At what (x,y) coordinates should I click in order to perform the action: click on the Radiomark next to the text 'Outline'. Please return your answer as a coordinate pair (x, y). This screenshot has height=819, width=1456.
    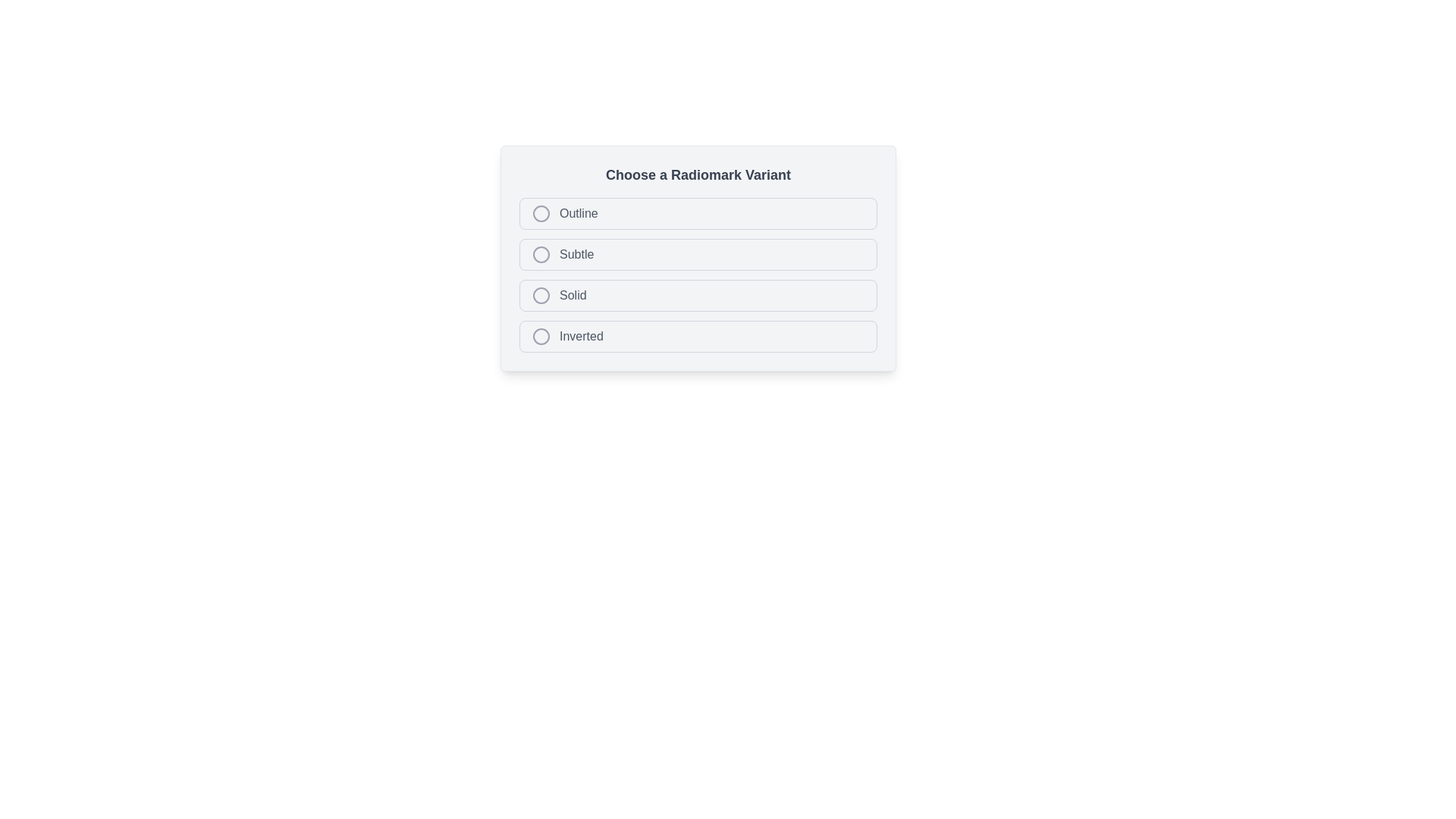
    Looking at the image, I should click on (541, 213).